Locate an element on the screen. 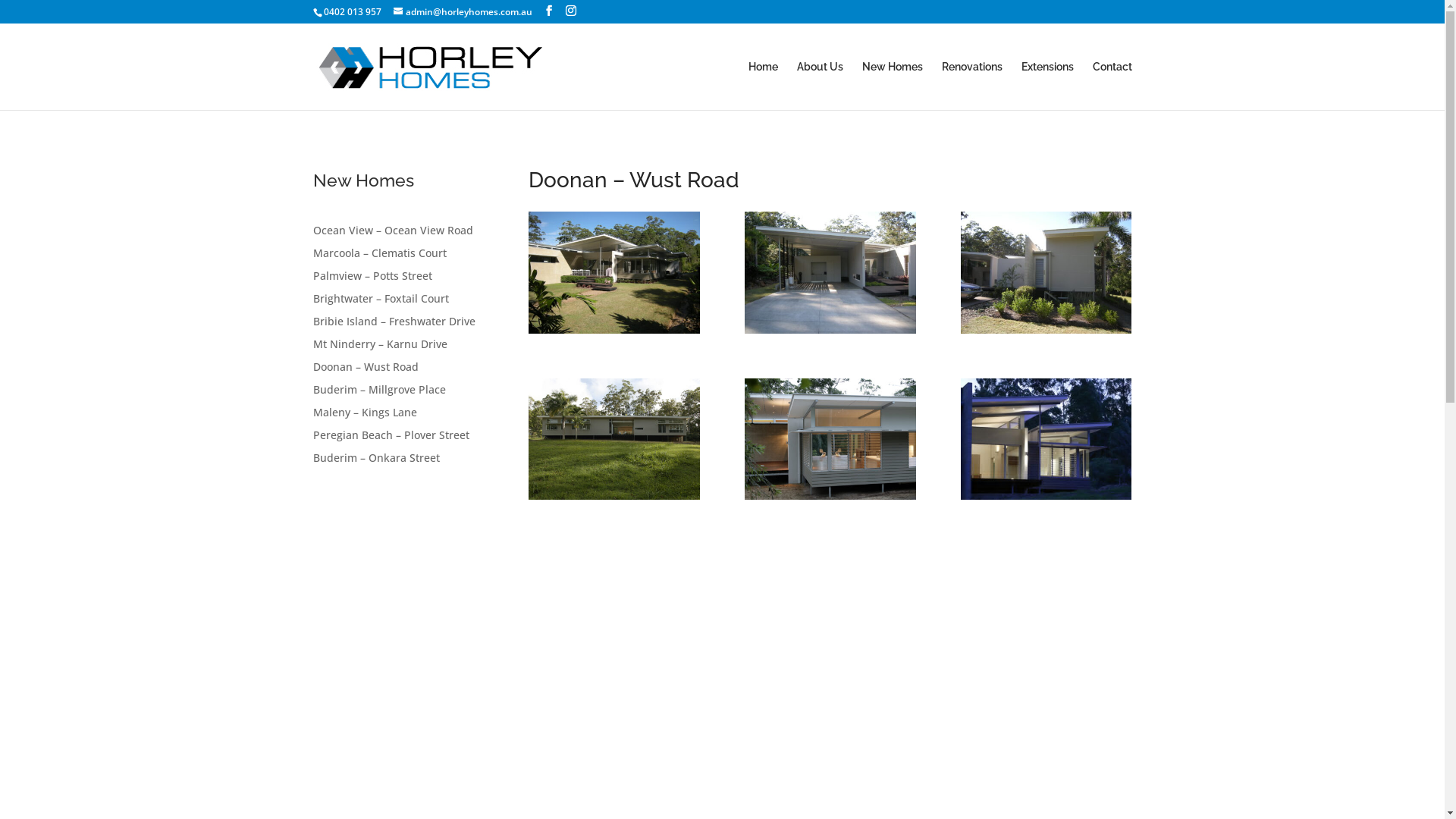 This screenshot has height=819, width=1456. 'Home' is located at coordinates (747, 85).